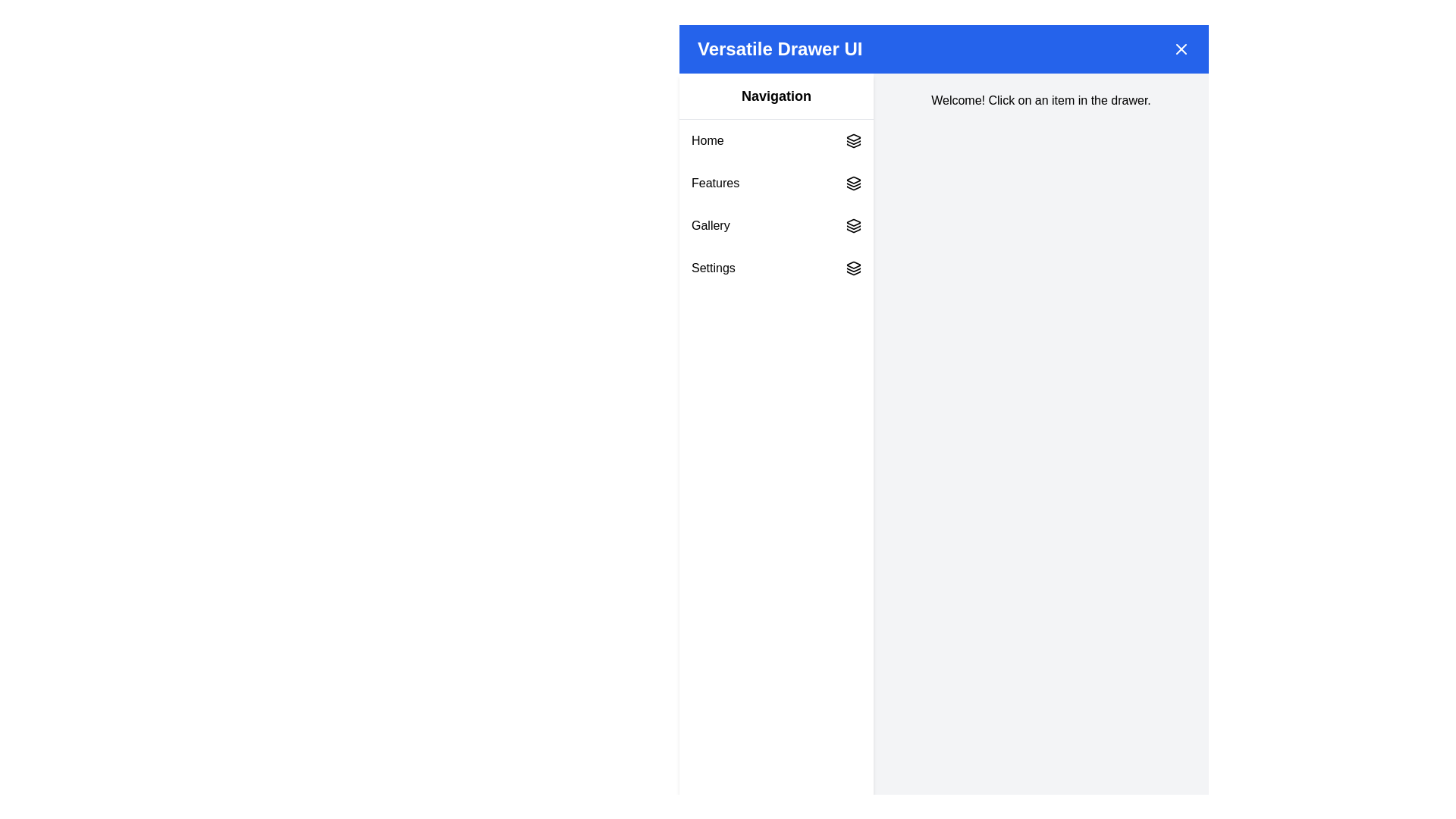 The height and width of the screenshot is (819, 1456). Describe the element at coordinates (854, 225) in the screenshot. I see `the visual representation of the icon resembling stacked layers, located to the right of the 'Gallery' text in the navigation menu` at that location.